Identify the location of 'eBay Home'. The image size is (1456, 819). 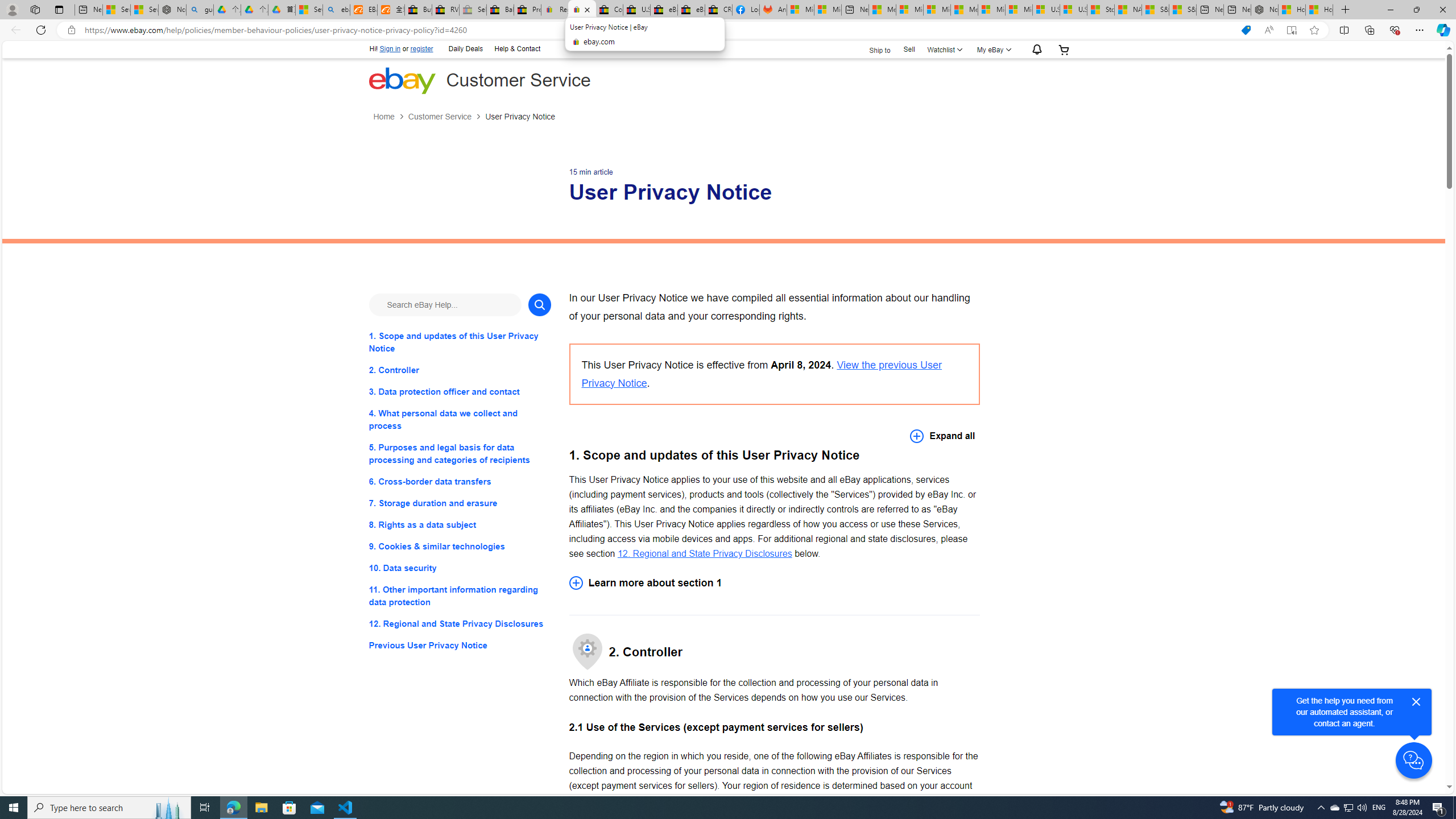
(401, 80).